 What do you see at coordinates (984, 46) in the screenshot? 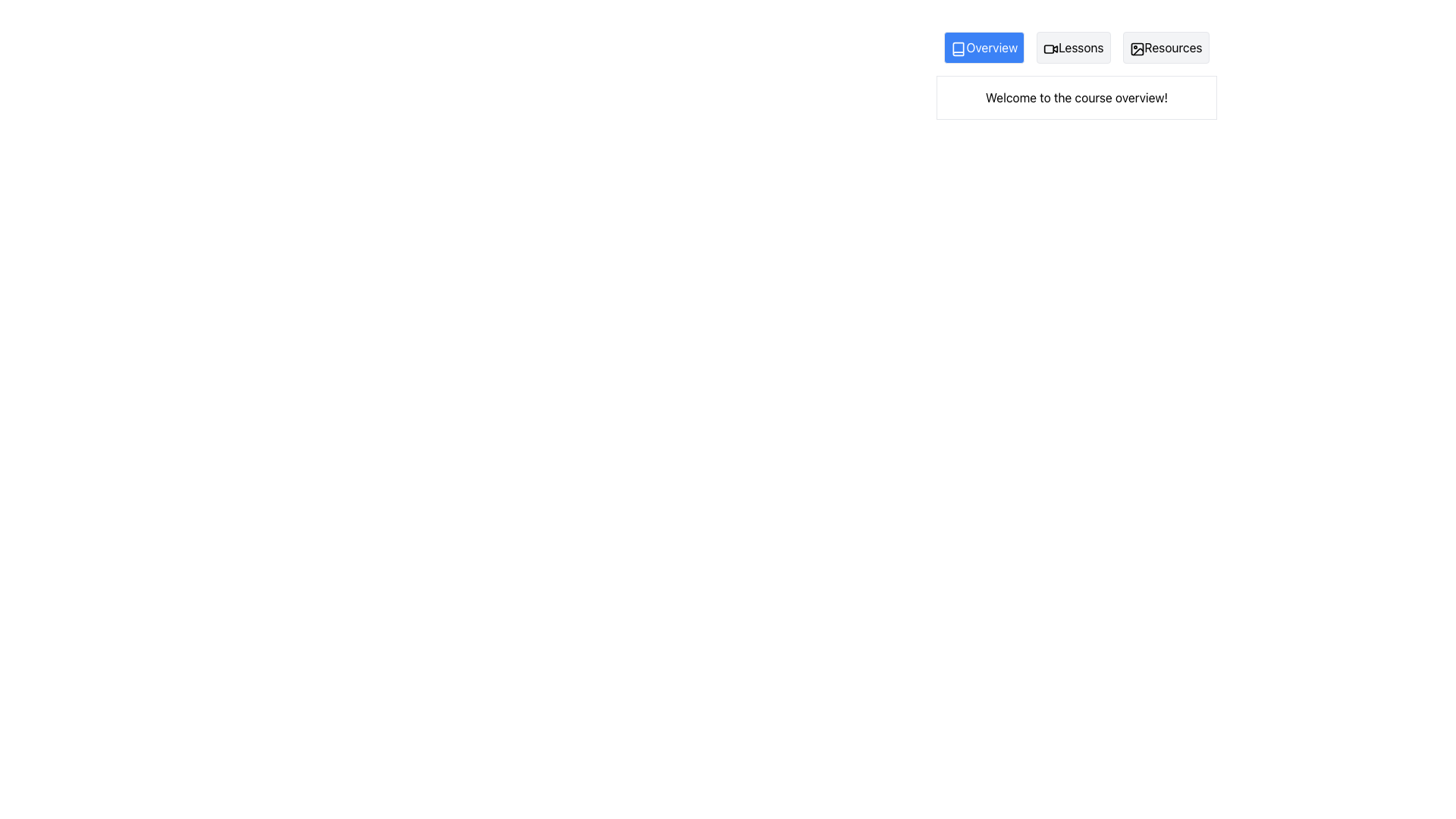
I see `the 'Overview' button located at the upper-right area of the interface` at bounding box center [984, 46].